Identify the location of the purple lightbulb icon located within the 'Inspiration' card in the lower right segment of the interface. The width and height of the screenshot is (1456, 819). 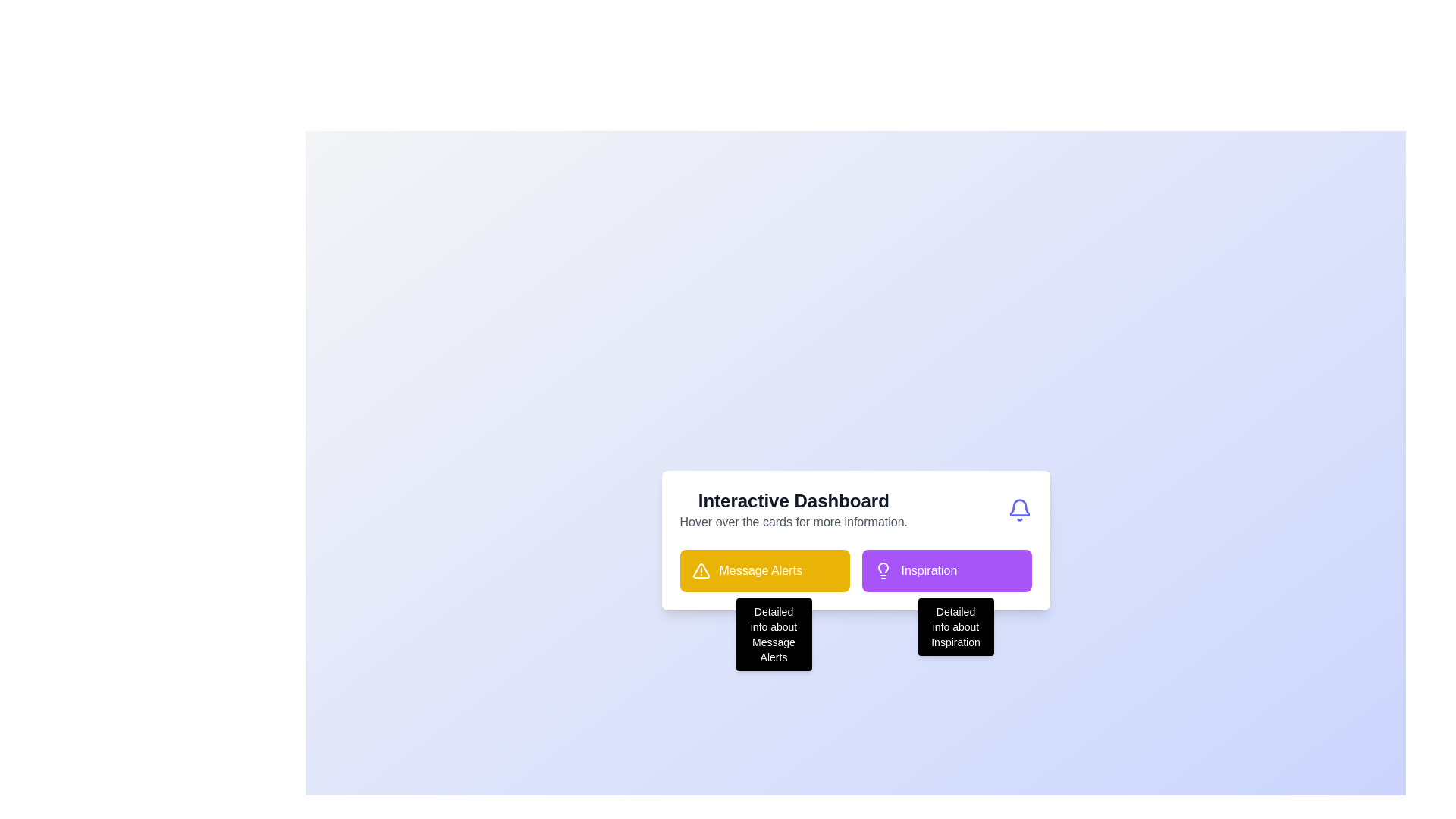
(883, 570).